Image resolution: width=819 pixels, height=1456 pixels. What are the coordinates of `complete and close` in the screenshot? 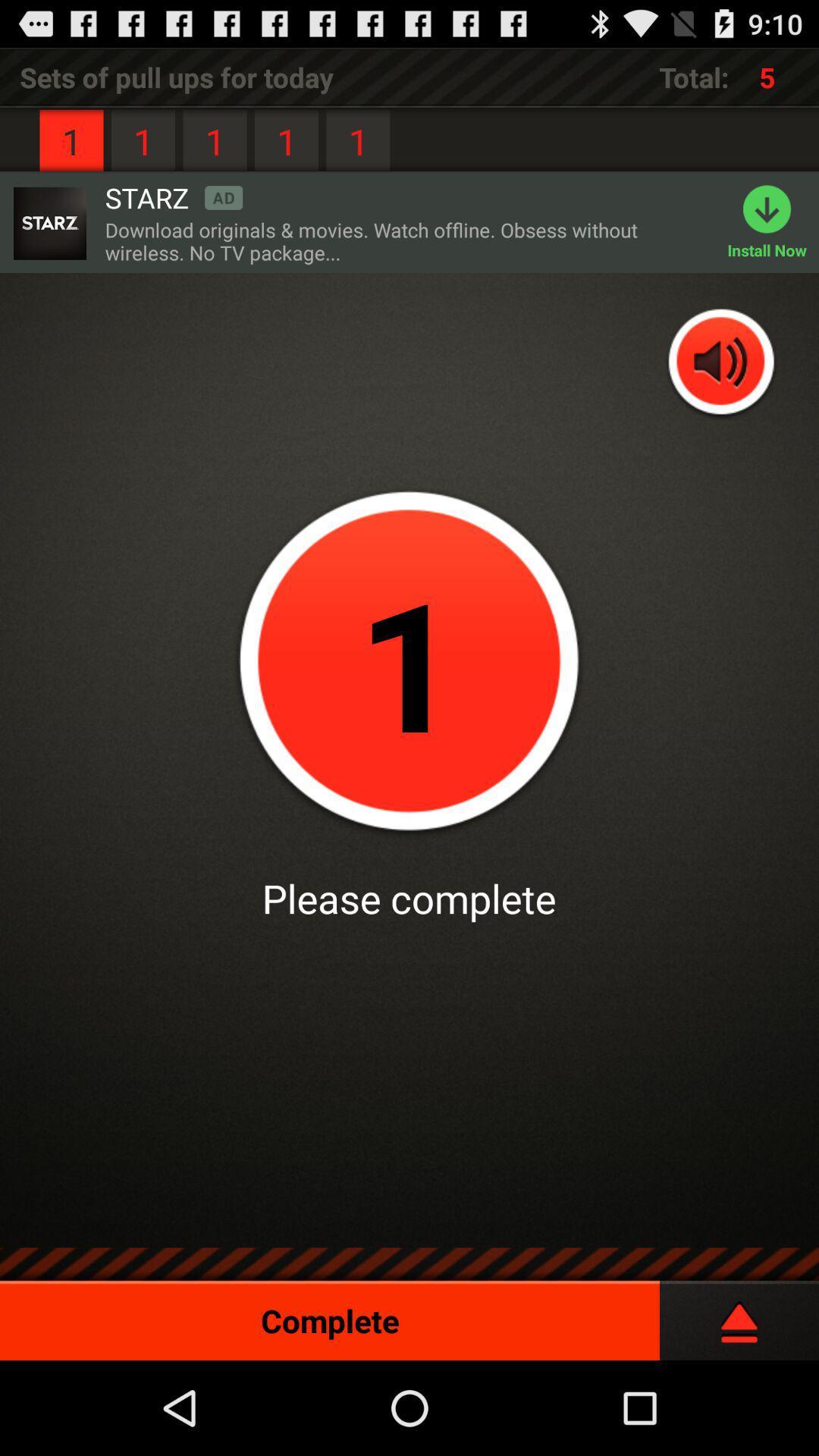 It's located at (739, 1313).